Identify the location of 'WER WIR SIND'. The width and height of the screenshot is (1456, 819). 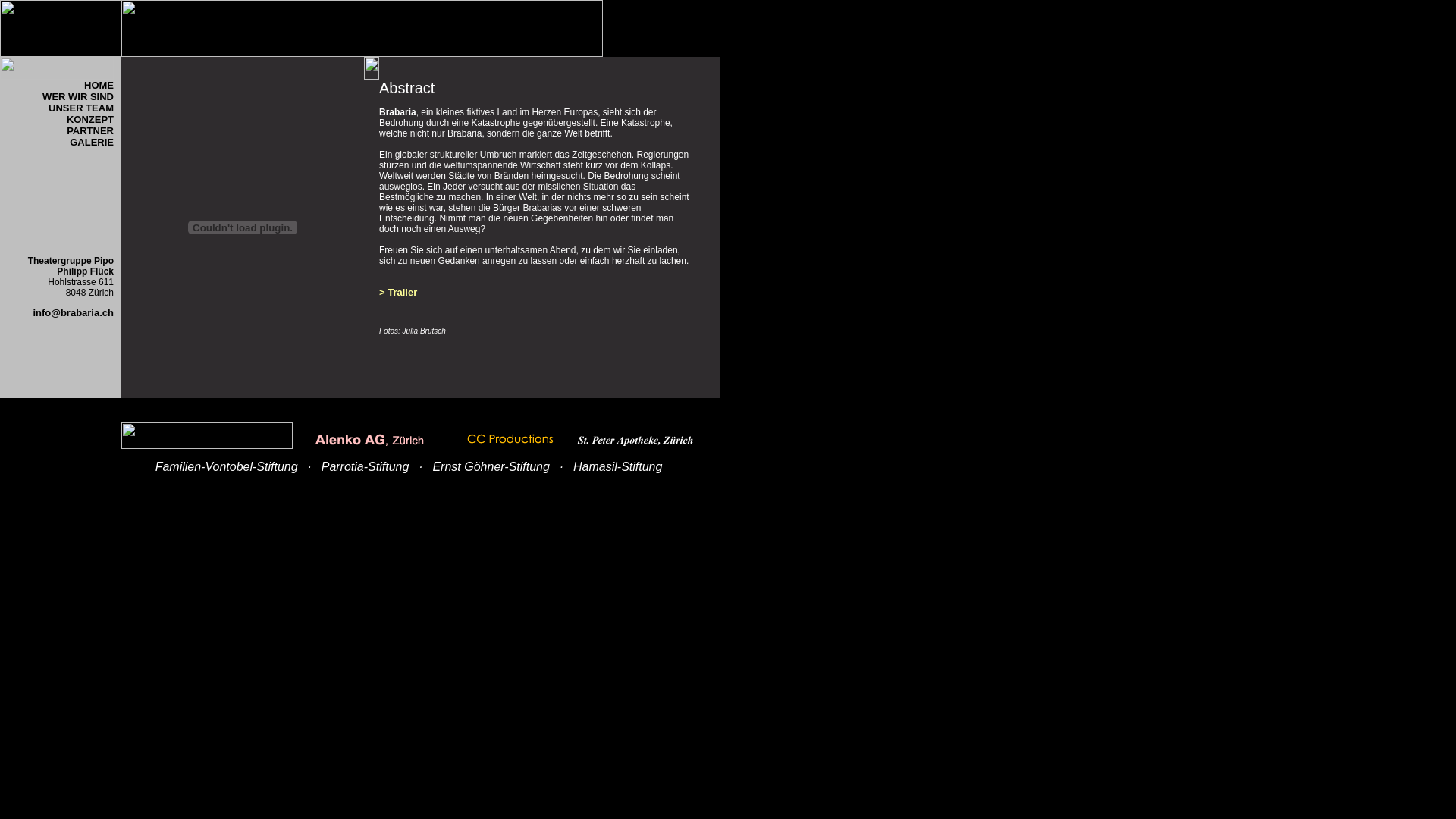
(77, 96).